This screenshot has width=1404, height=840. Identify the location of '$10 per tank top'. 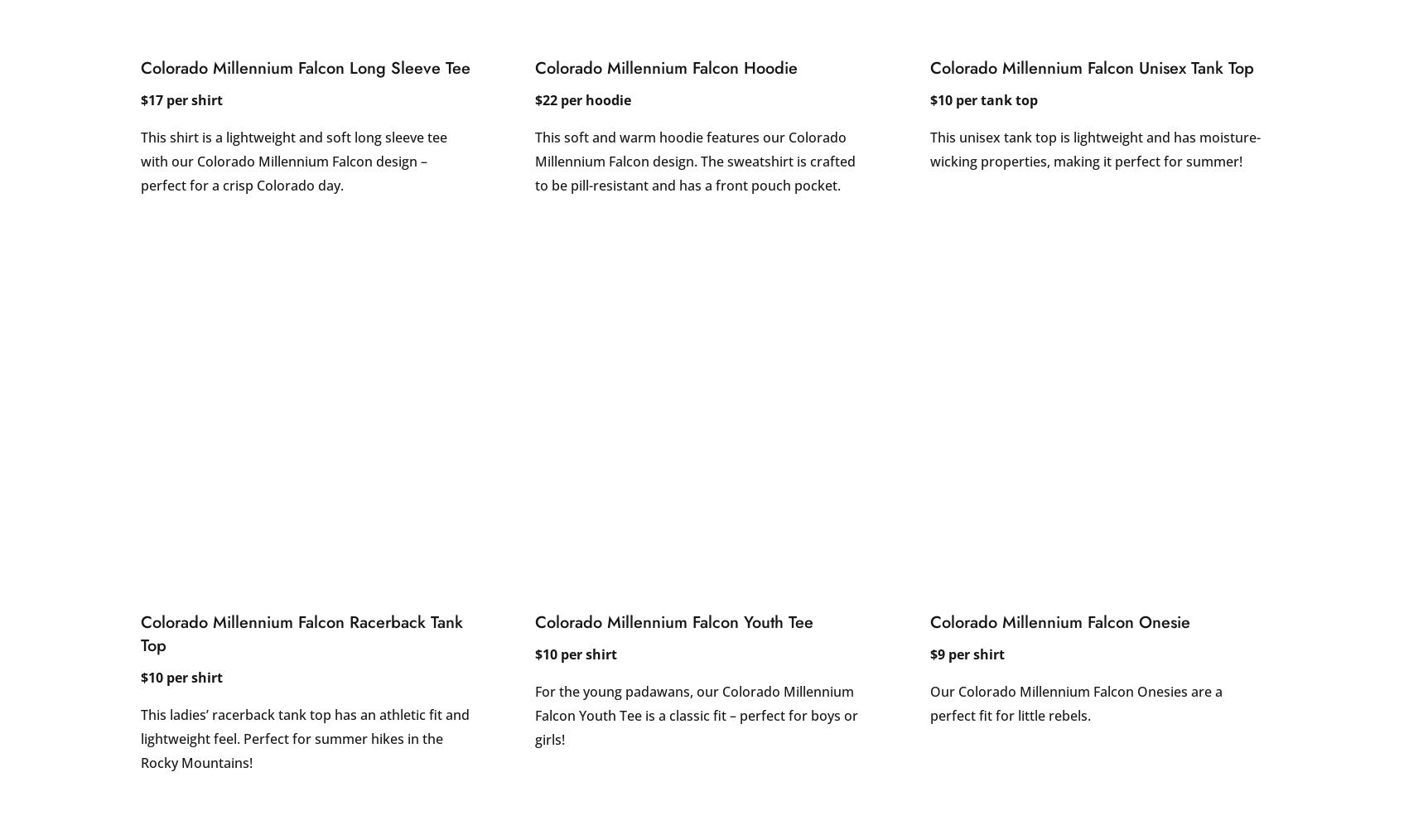
(984, 99).